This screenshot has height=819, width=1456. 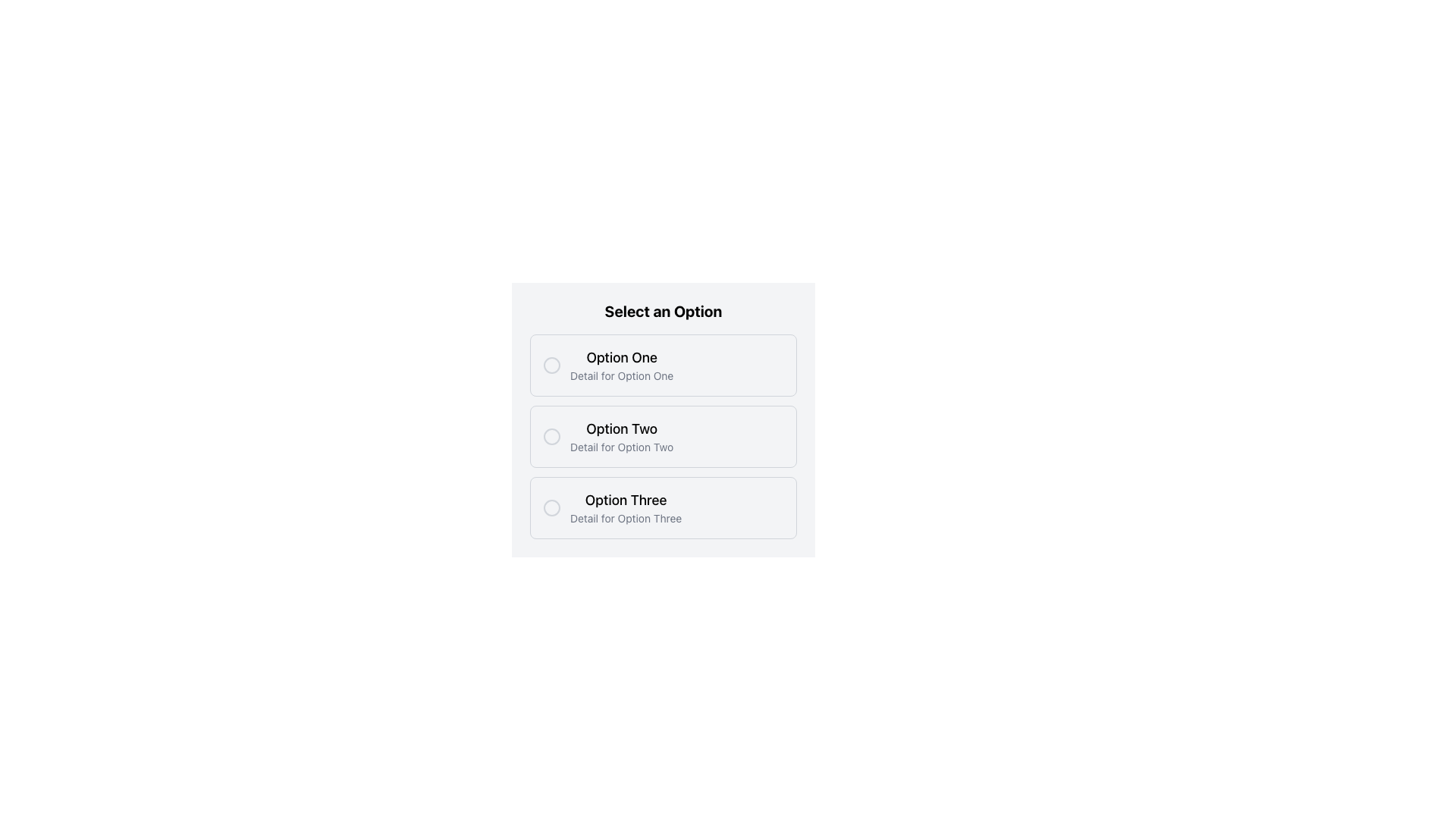 What do you see at coordinates (622, 447) in the screenshot?
I see `the non-interactive descriptive text that provides additional information about the 'Option Two' choice, located directly below the 'Option Two' label in the 'Select an Option' section` at bounding box center [622, 447].